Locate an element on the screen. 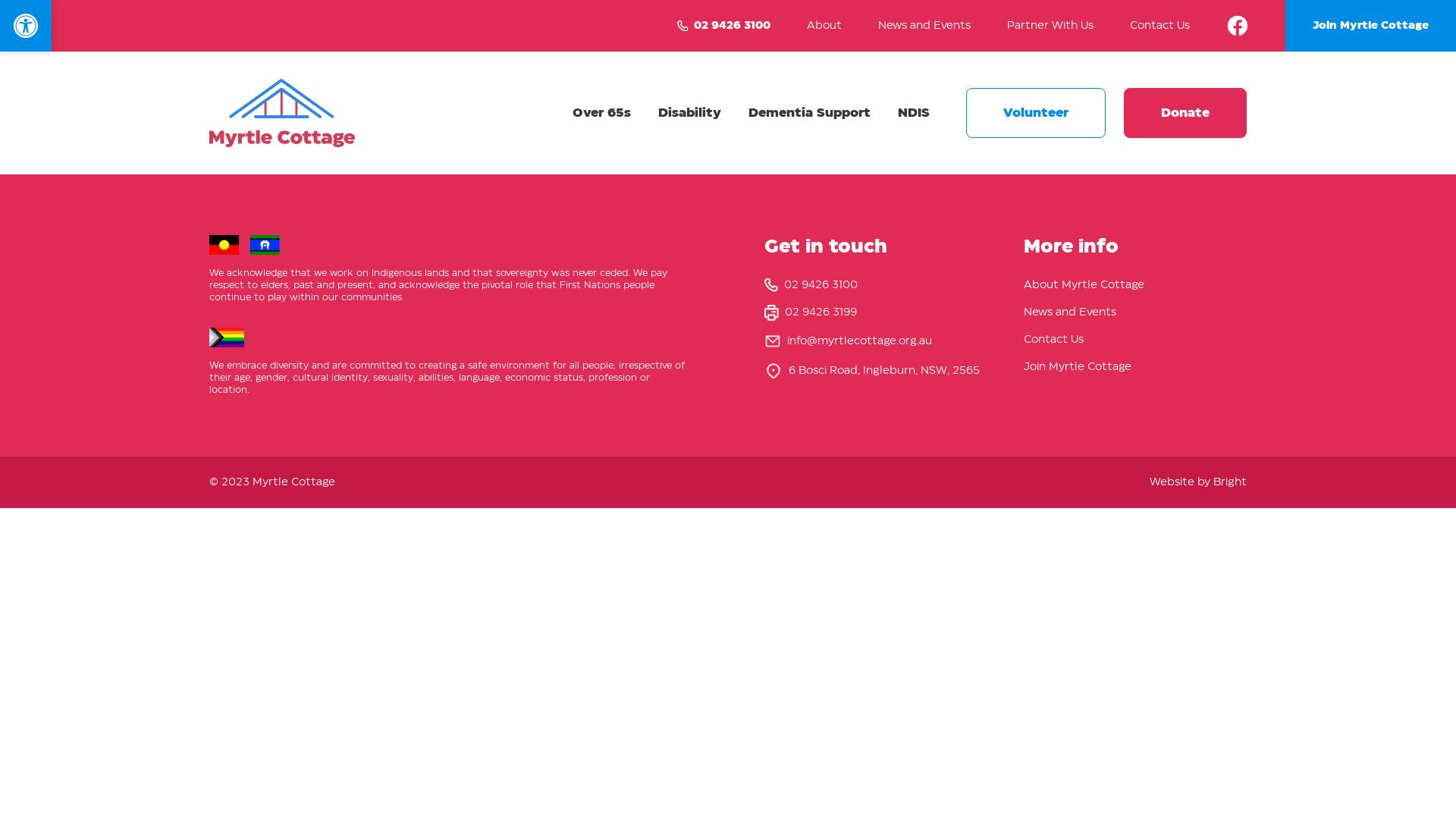 Image resolution: width=1456 pixels, height=819 pixels. 'About' is located at coordinates (806, 26).